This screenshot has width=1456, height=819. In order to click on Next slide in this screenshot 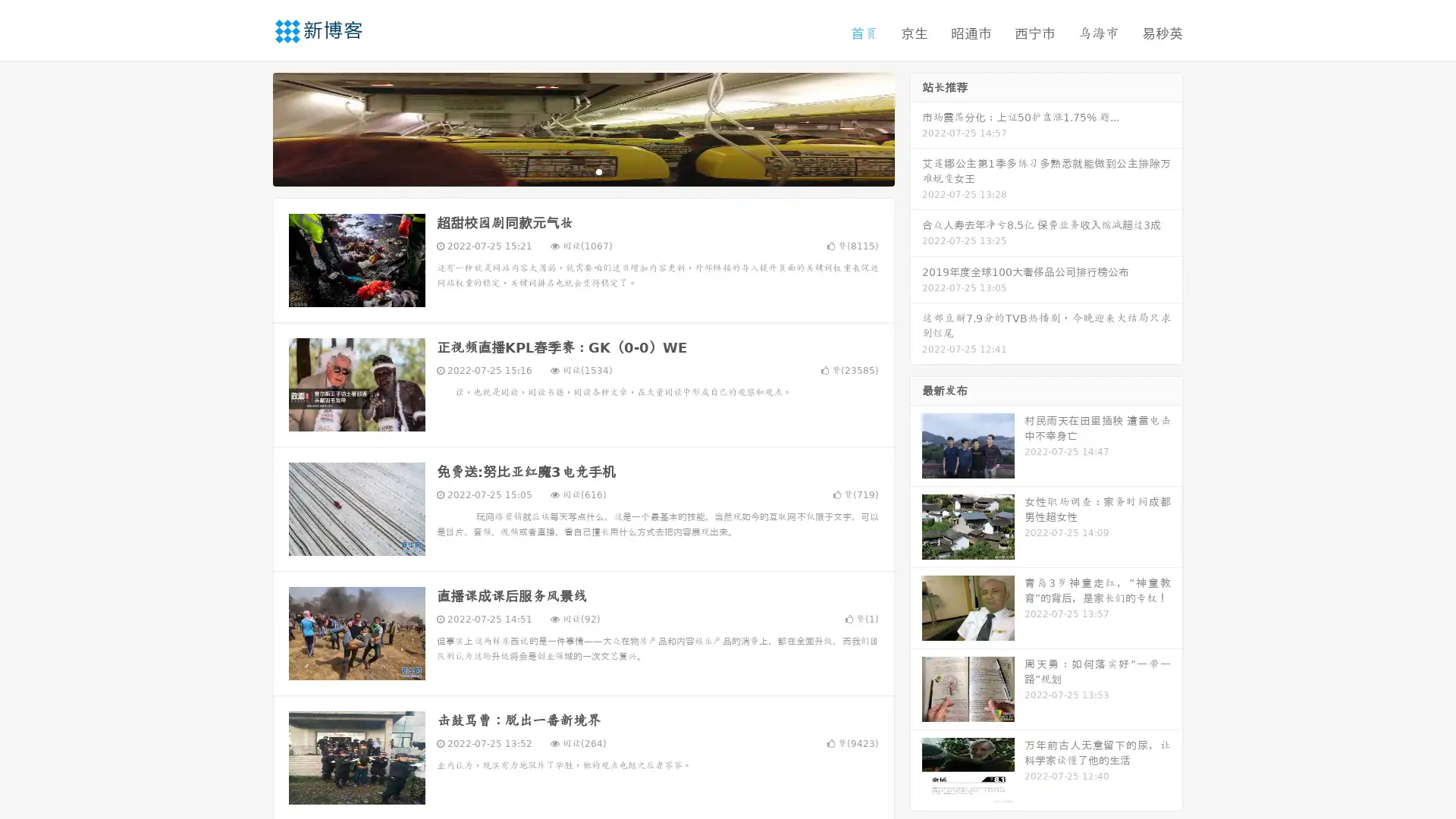, I will do `click(916, 127)`.